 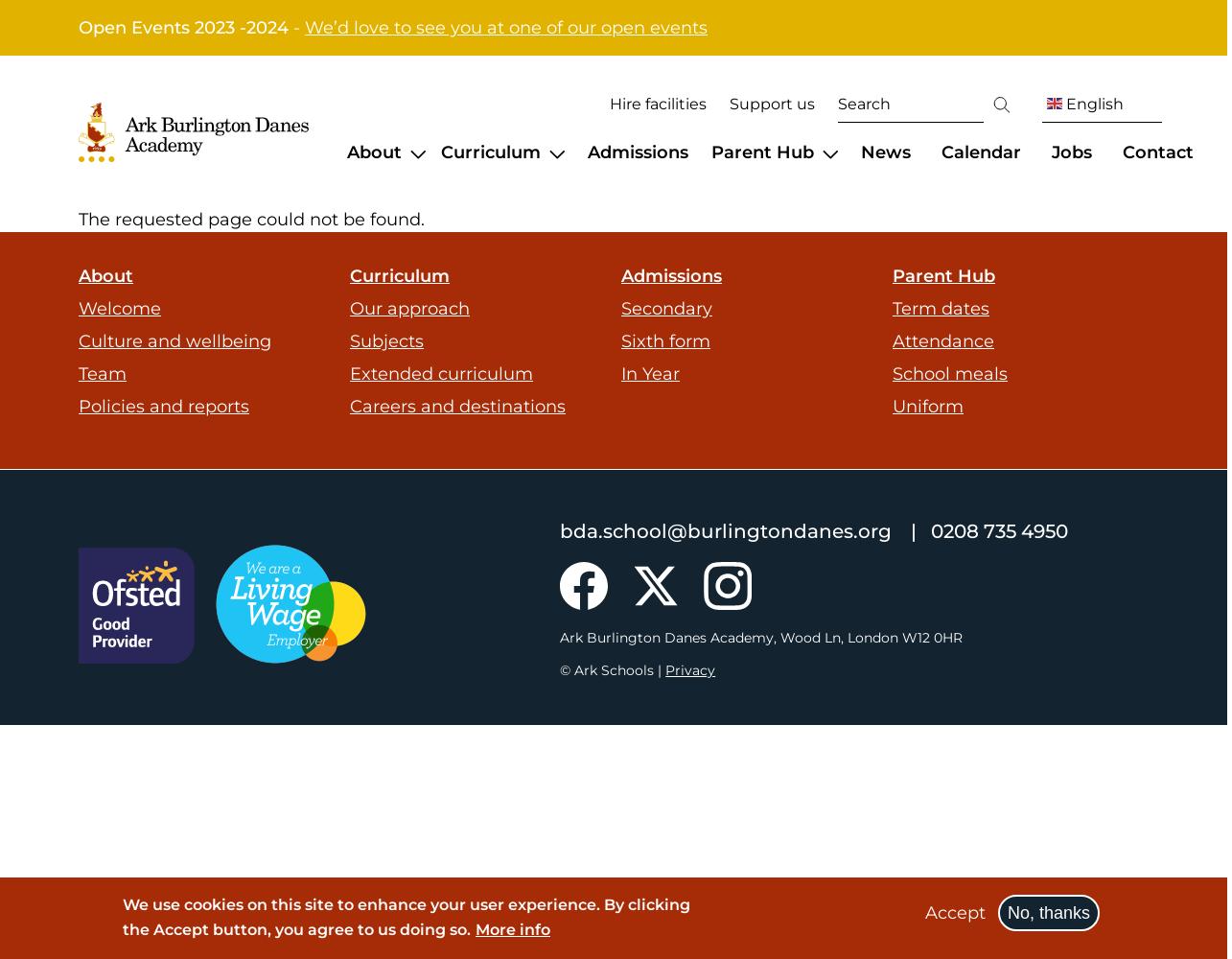 What do you see at coordinates (943, 339) in the screenshot?
I see `'Attendance'` at bounding box center [943, 339].